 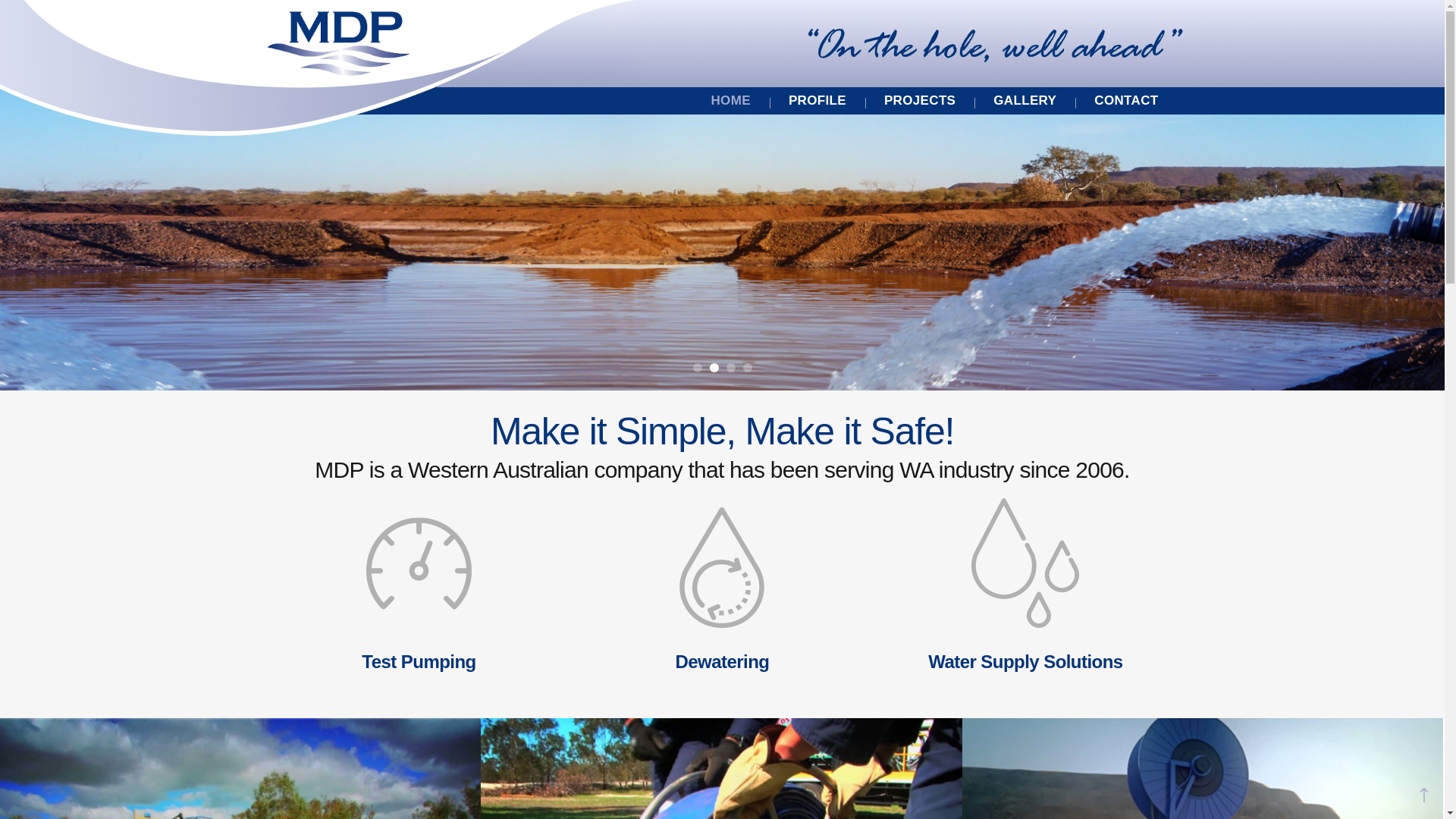 I want to click on '1', so click(x=692, y=368).